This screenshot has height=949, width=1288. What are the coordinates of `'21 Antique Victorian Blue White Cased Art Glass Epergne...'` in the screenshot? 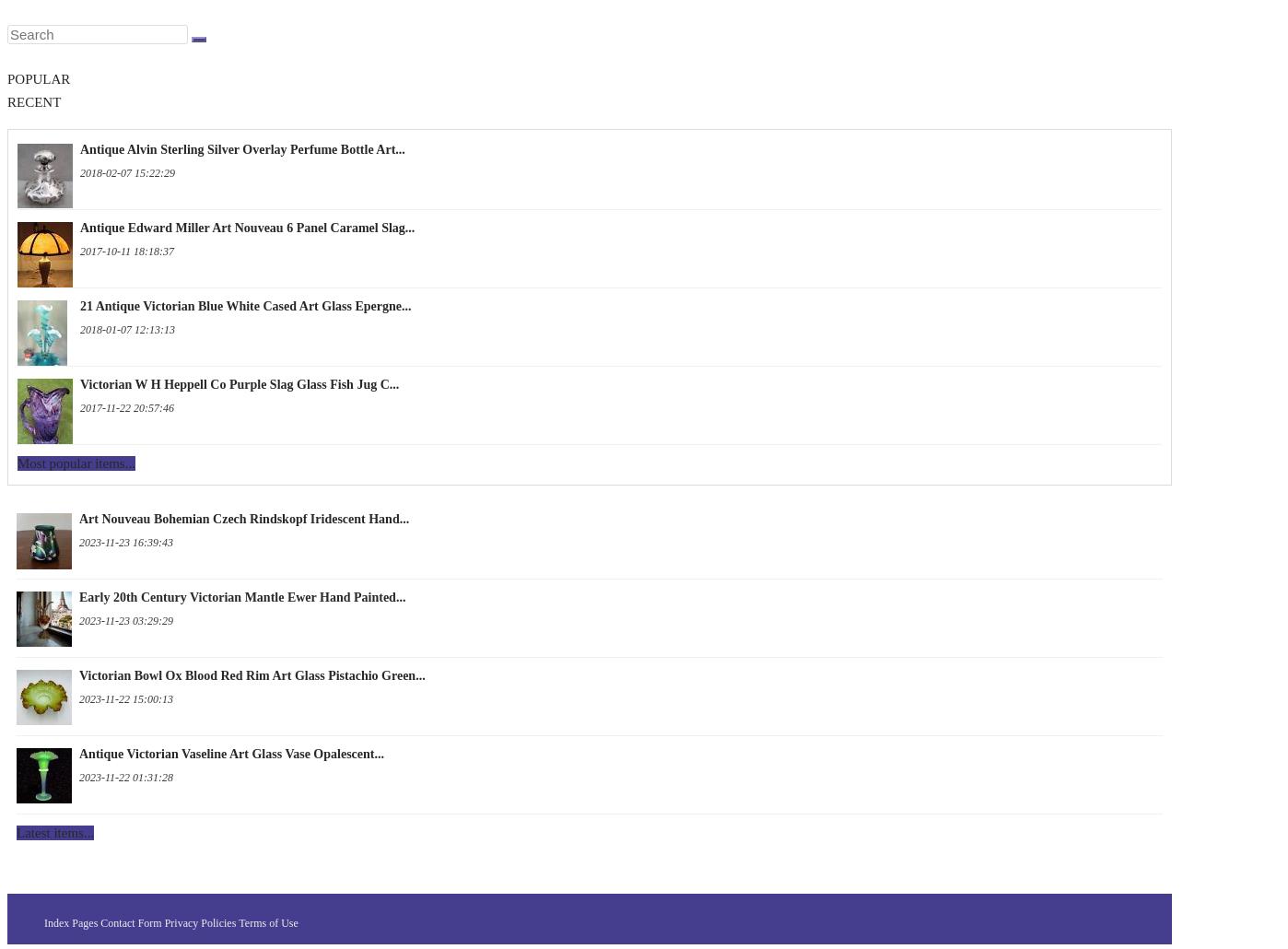 It's located at (245, 304).